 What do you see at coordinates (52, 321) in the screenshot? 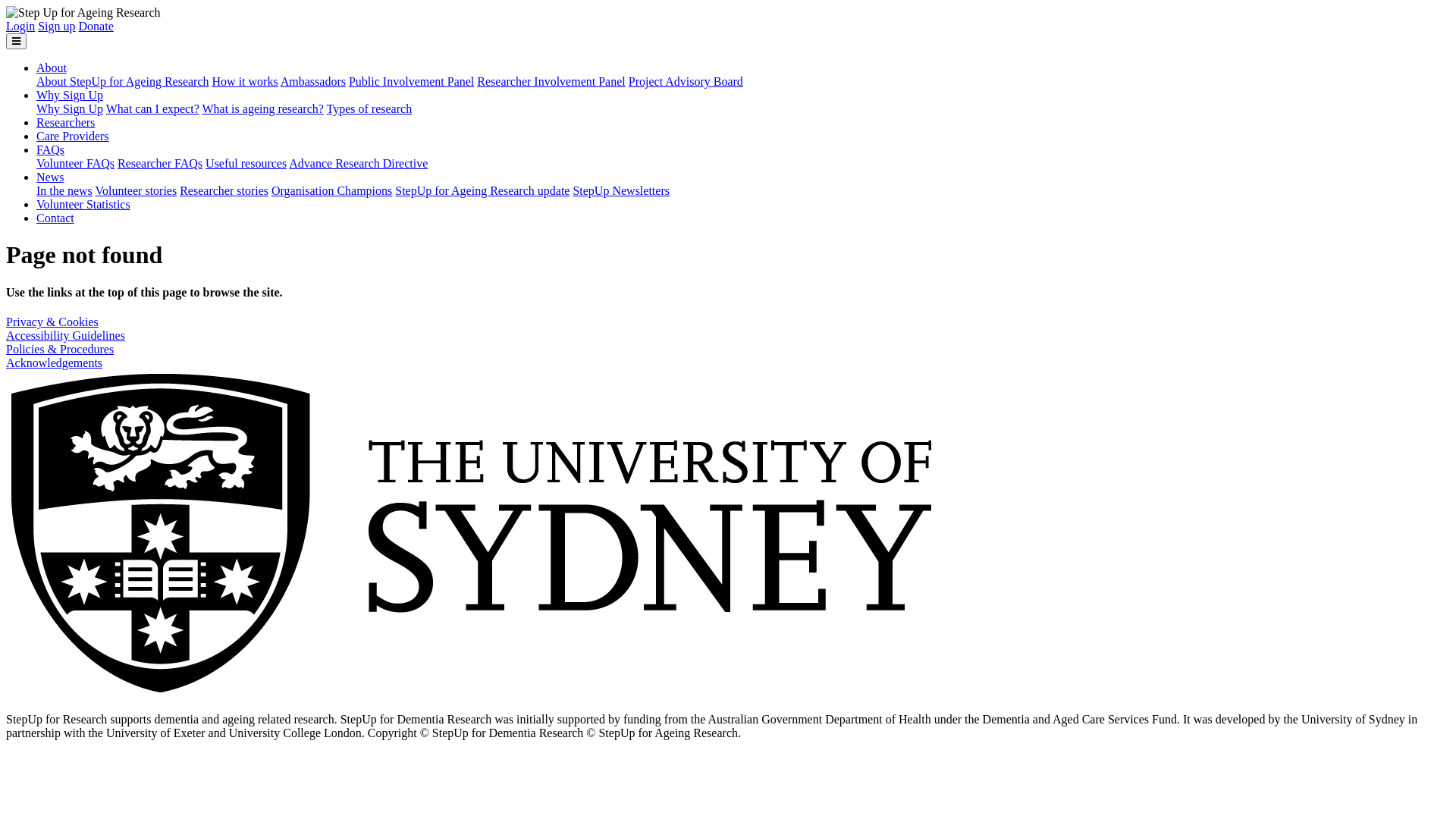
I see `'Privacy & Cookies'` at bounding box center [52, 321].